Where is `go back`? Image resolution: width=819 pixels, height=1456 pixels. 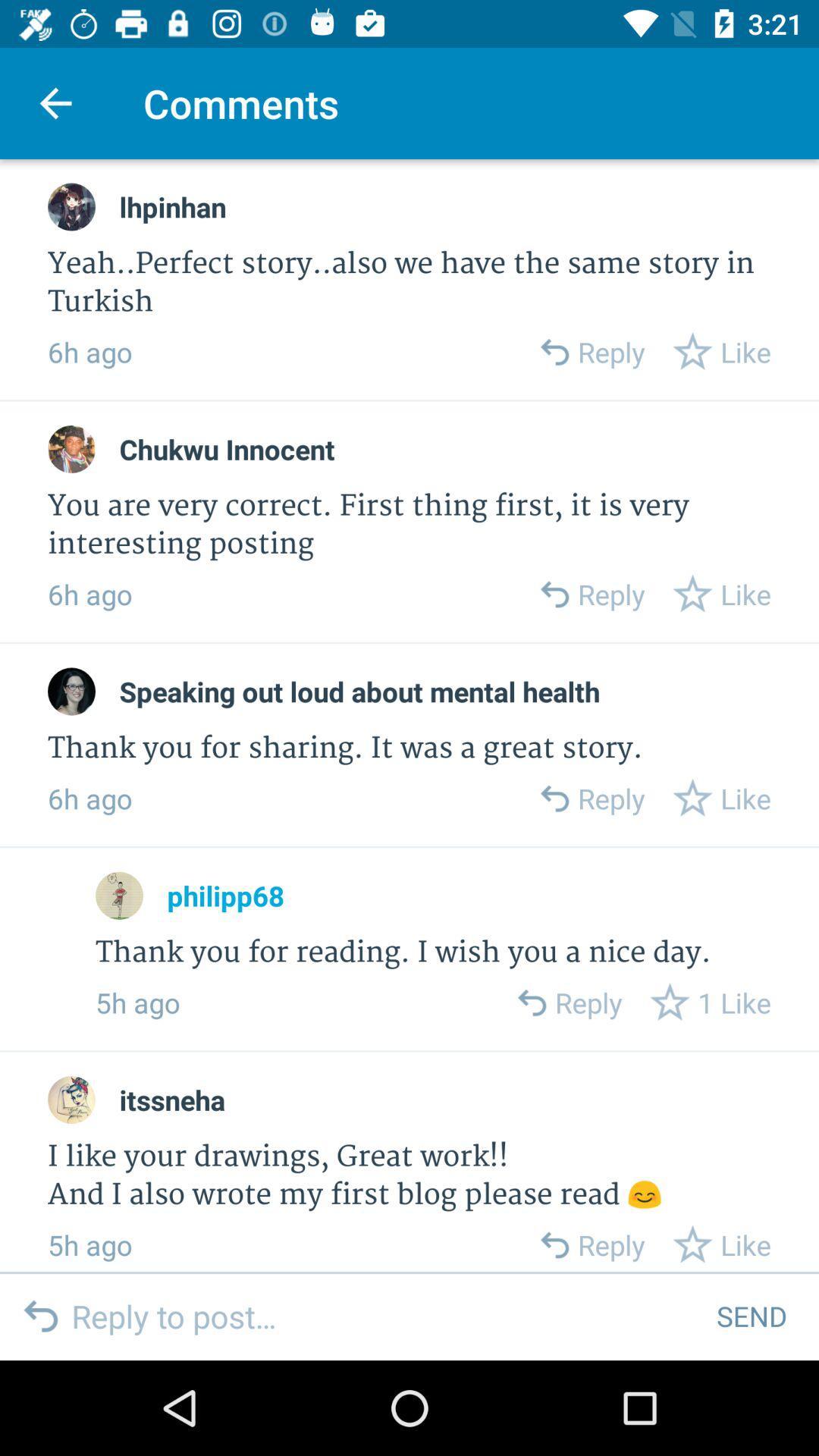 go back is located at coordinates (554, 593).